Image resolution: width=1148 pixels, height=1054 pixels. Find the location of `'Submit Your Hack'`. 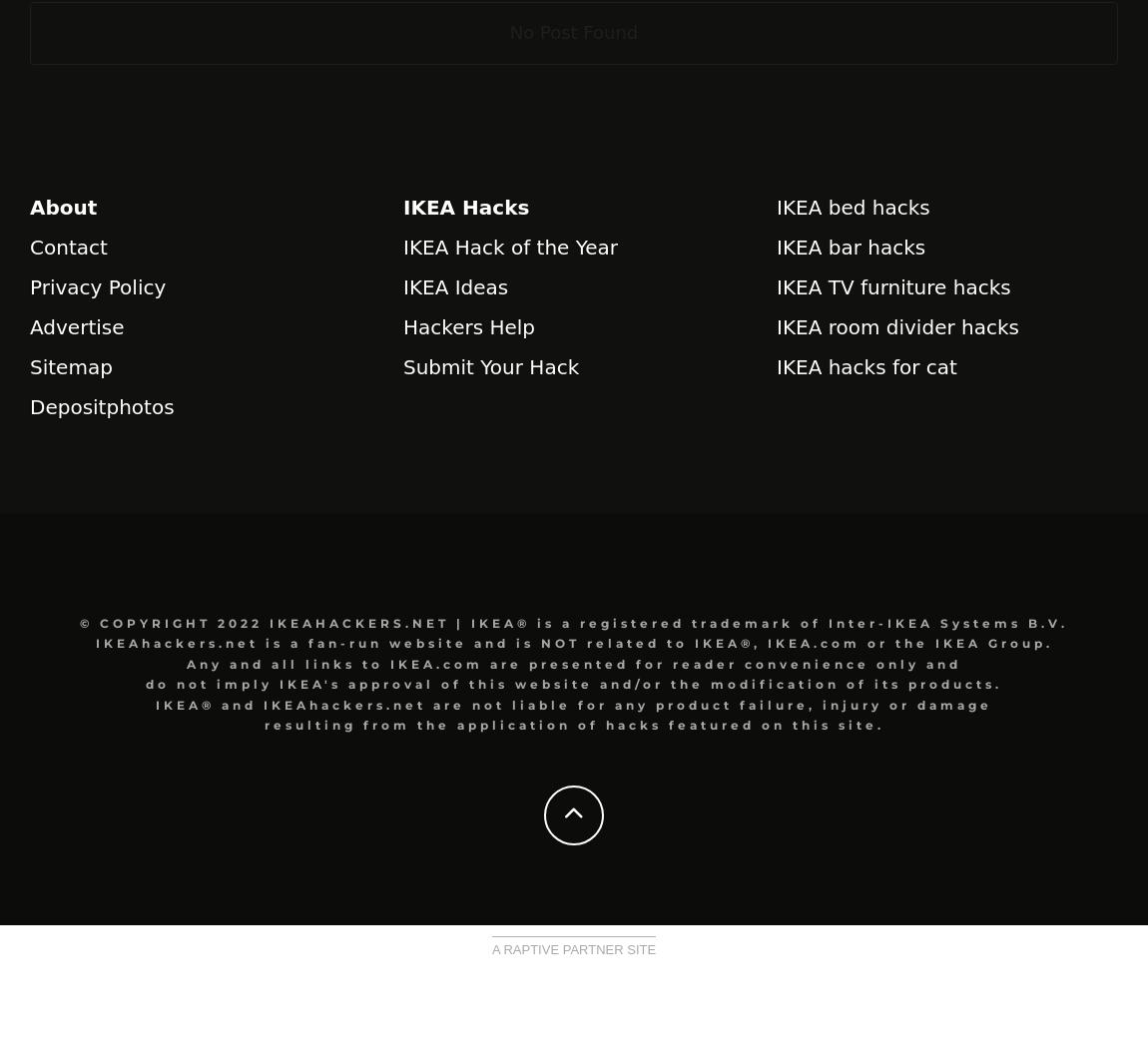

'Submit Your Hack' is located at coordinates (490, 364).